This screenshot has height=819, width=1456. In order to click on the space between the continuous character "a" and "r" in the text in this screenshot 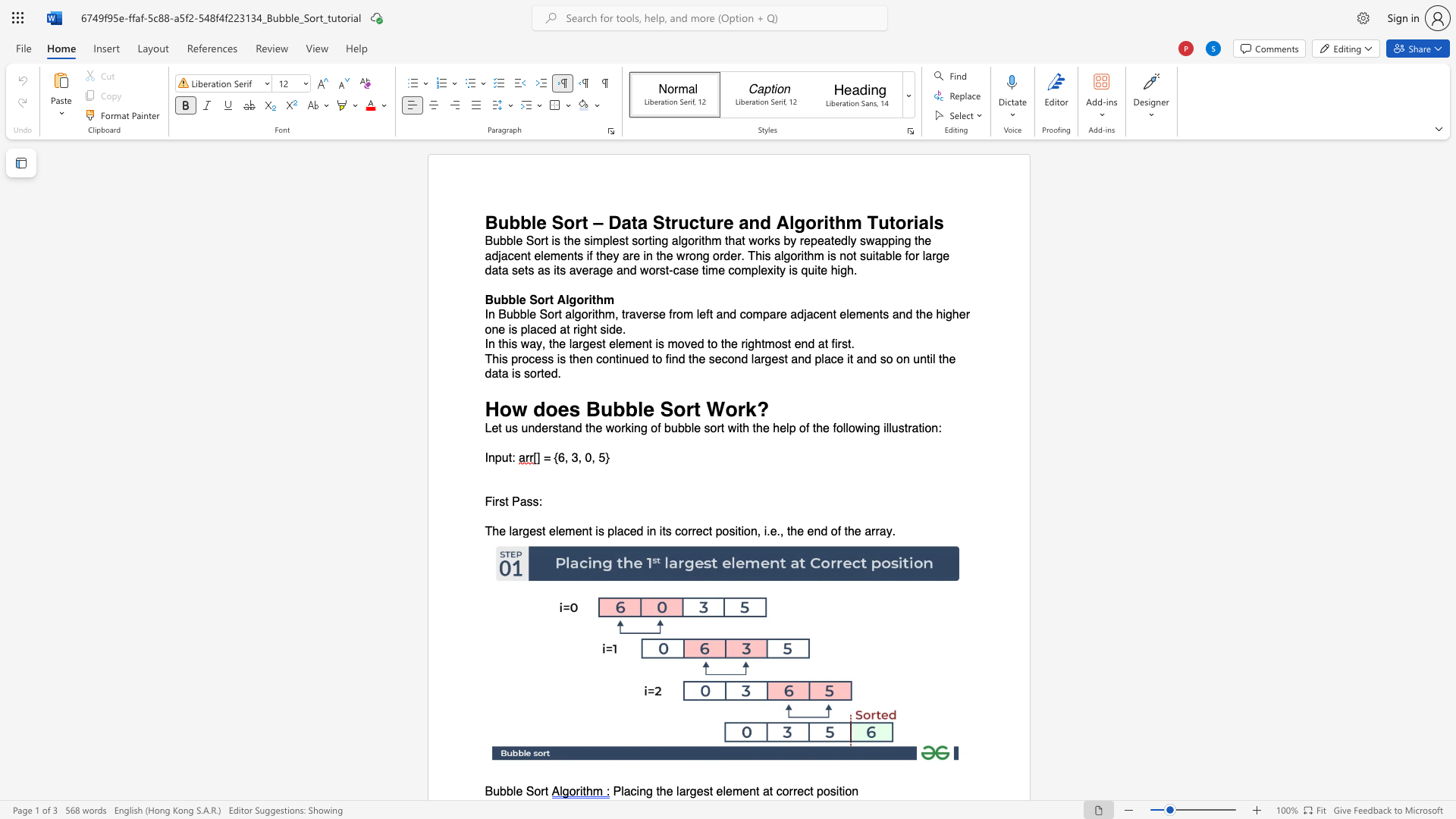, I will do `click(577, 344)`.